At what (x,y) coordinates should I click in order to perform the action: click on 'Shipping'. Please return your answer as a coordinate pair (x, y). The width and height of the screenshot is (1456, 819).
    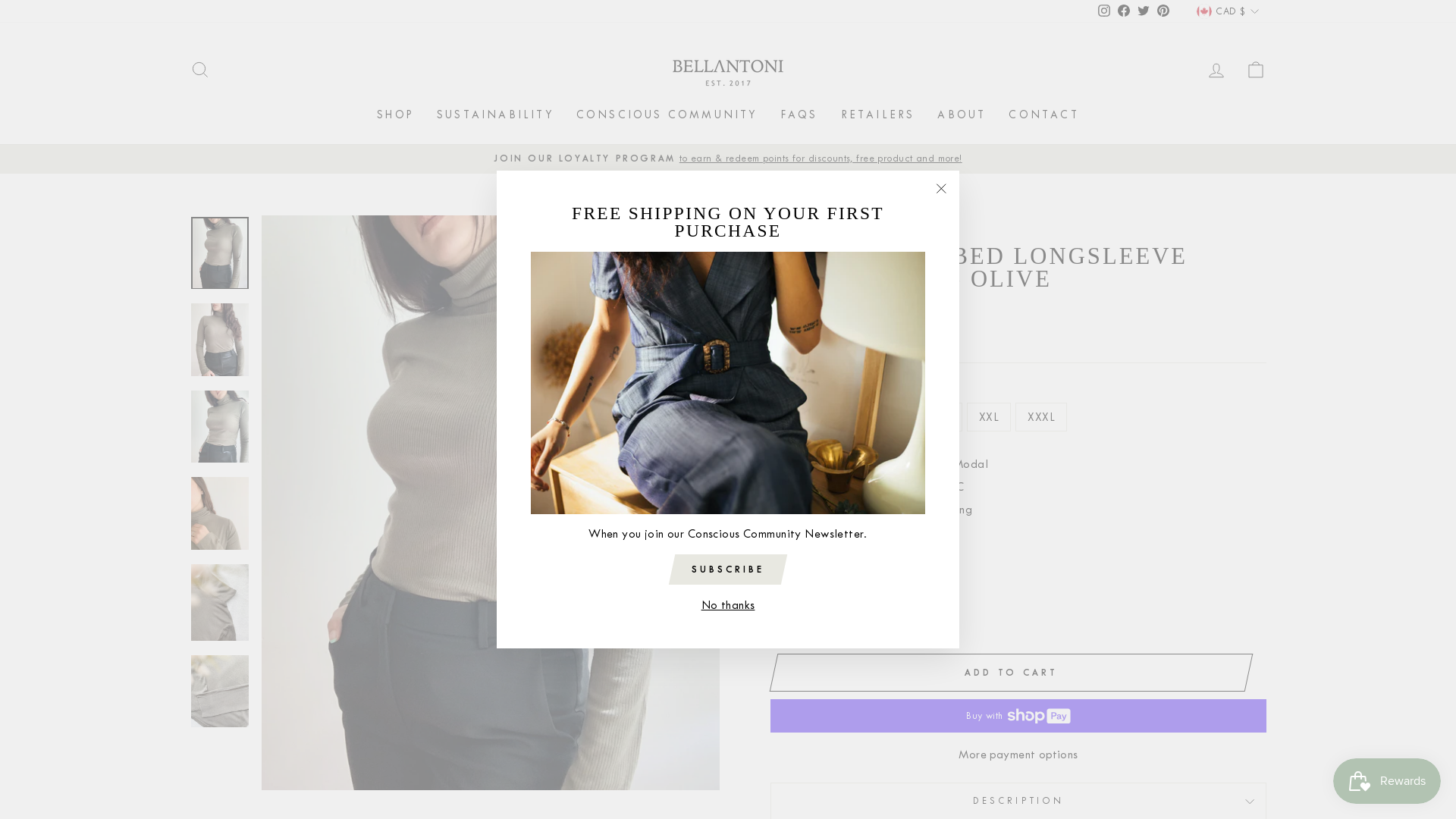
    Looking at the image, I should click on (770, 335).